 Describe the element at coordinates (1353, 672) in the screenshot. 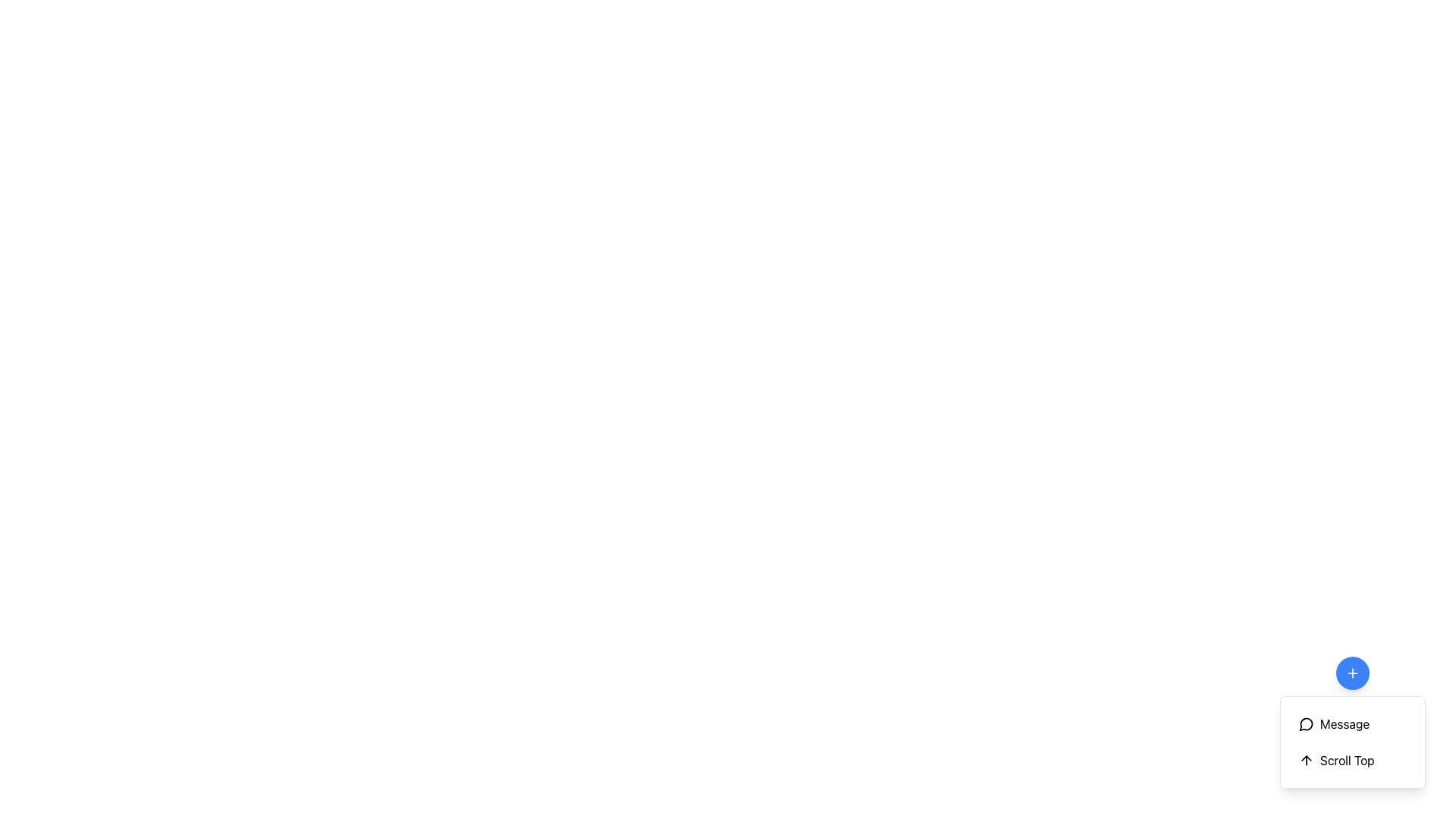

I see `the small plus icon with a circular blue background located at the bottom-right corner of the interface, above the pop-up menu` at that location.